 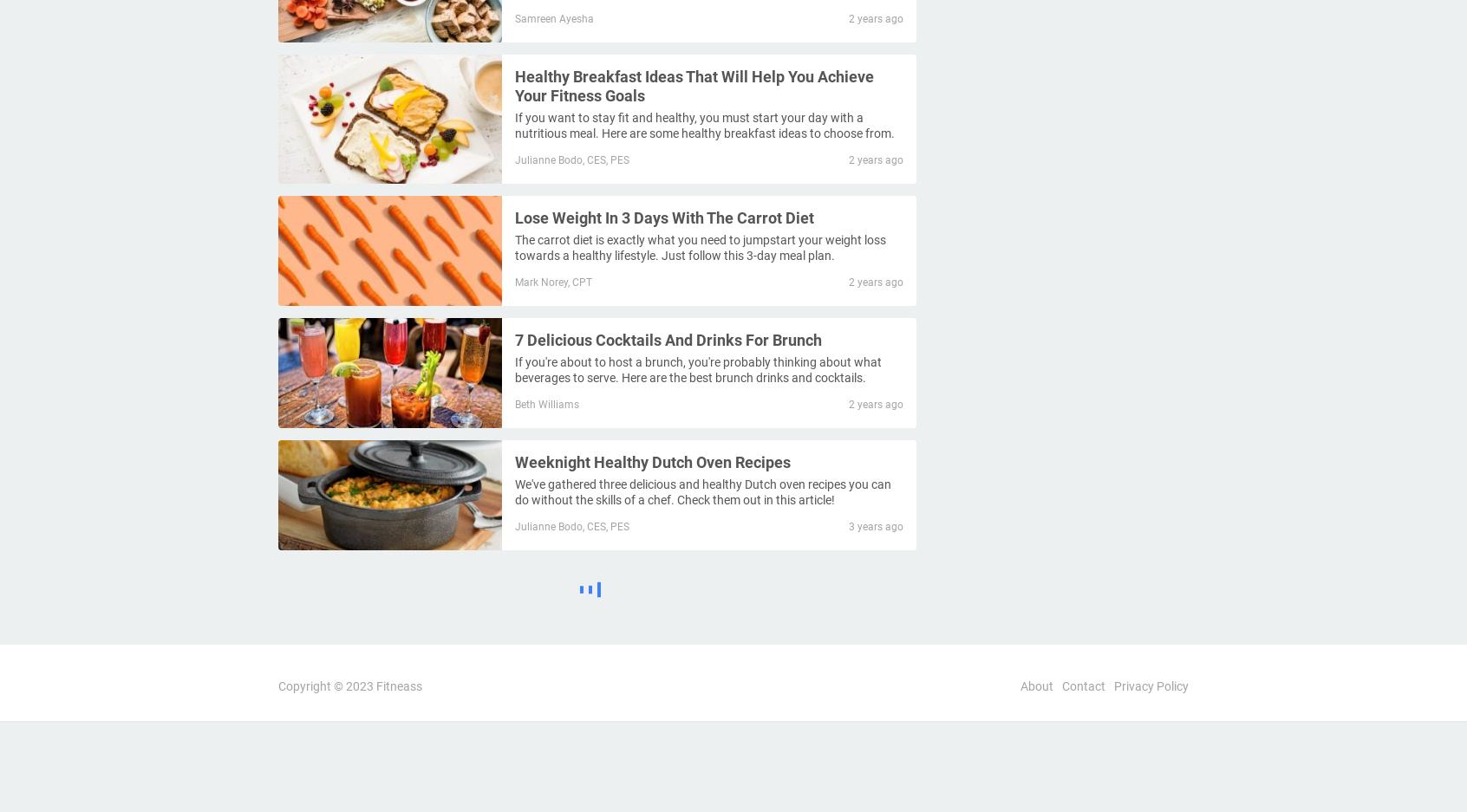 I want to click on 'Healthy Breakfast Ideas That Will Help You Achieve Your Fitness Goals', so click(x=693, y=84).